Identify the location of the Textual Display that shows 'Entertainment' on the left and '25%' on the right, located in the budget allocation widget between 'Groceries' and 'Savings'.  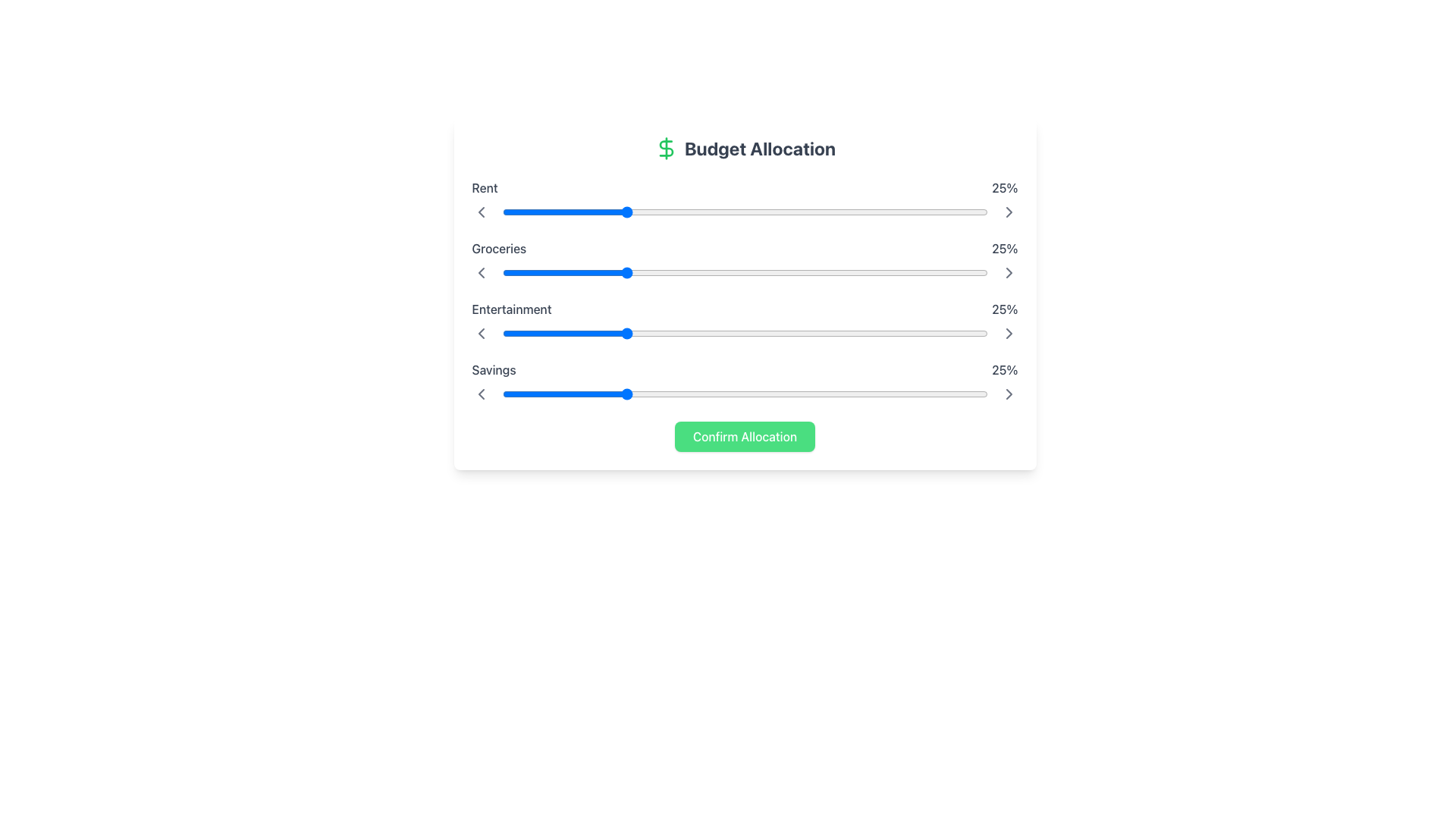
(745, 309).